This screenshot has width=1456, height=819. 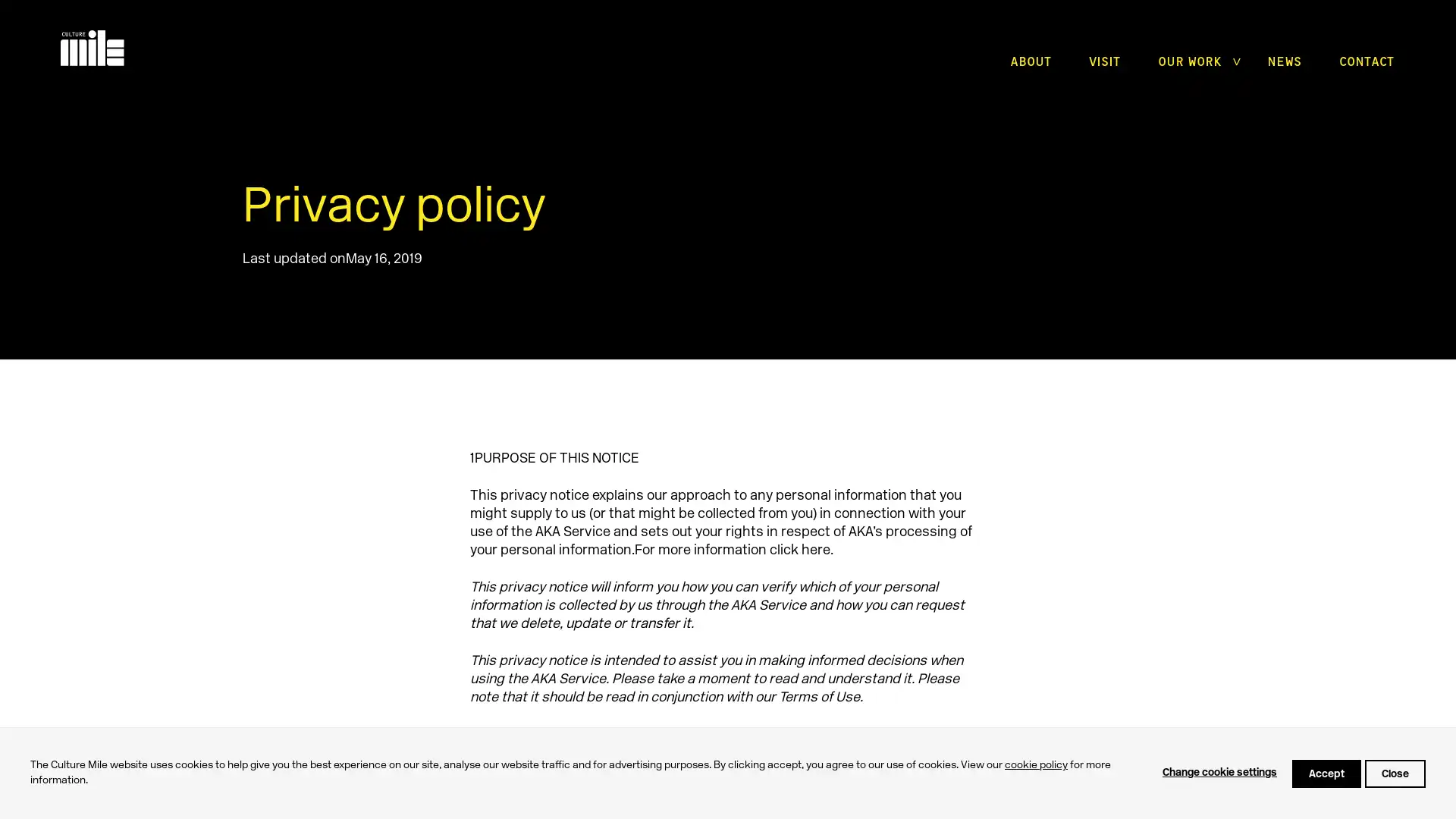 What do you see at coordinates (1395, 773) in the screenshot?
I see `Close` at bounding box center [1395, 773].